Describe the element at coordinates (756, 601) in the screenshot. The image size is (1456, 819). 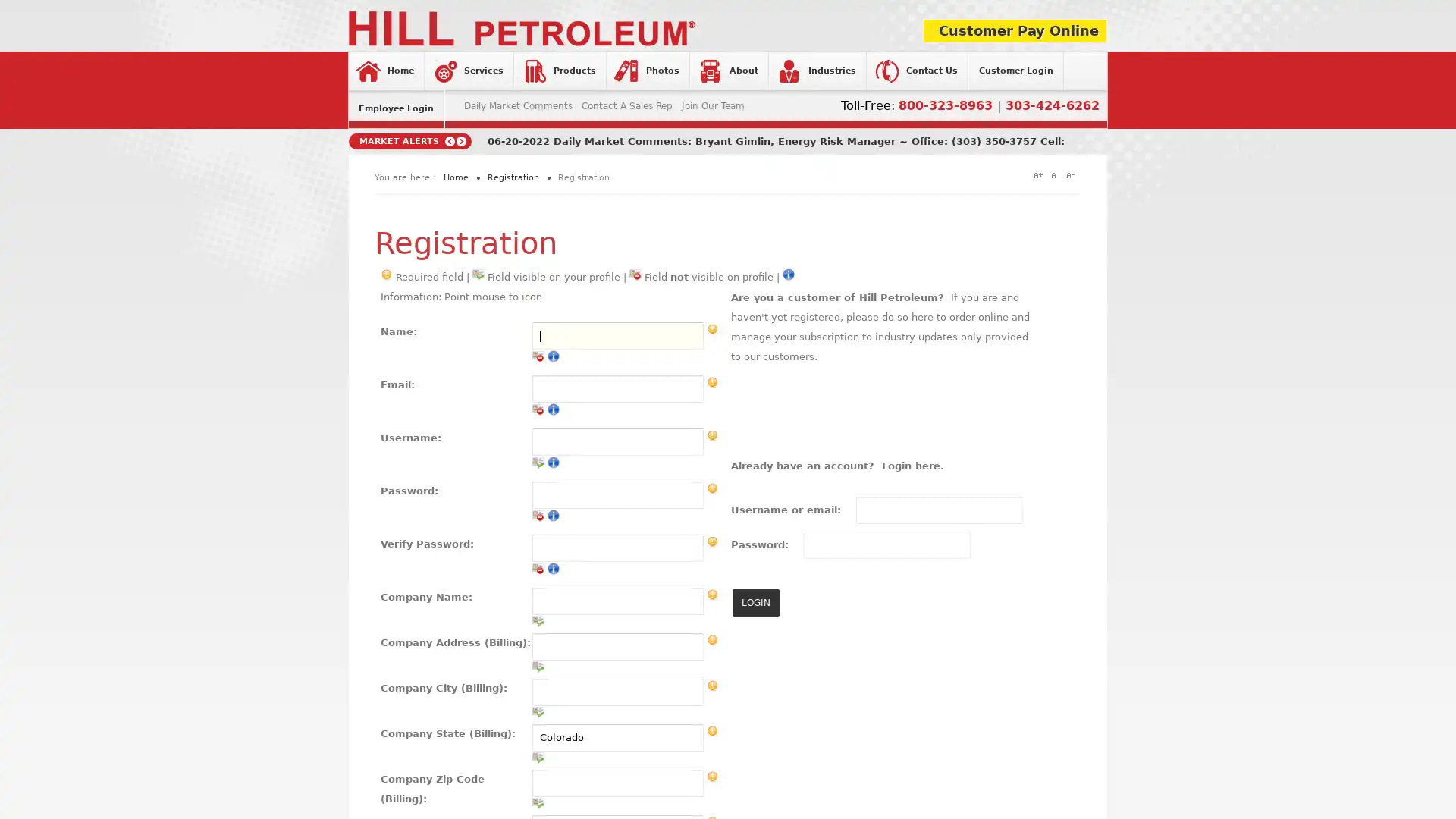
I see `Login` at that location.